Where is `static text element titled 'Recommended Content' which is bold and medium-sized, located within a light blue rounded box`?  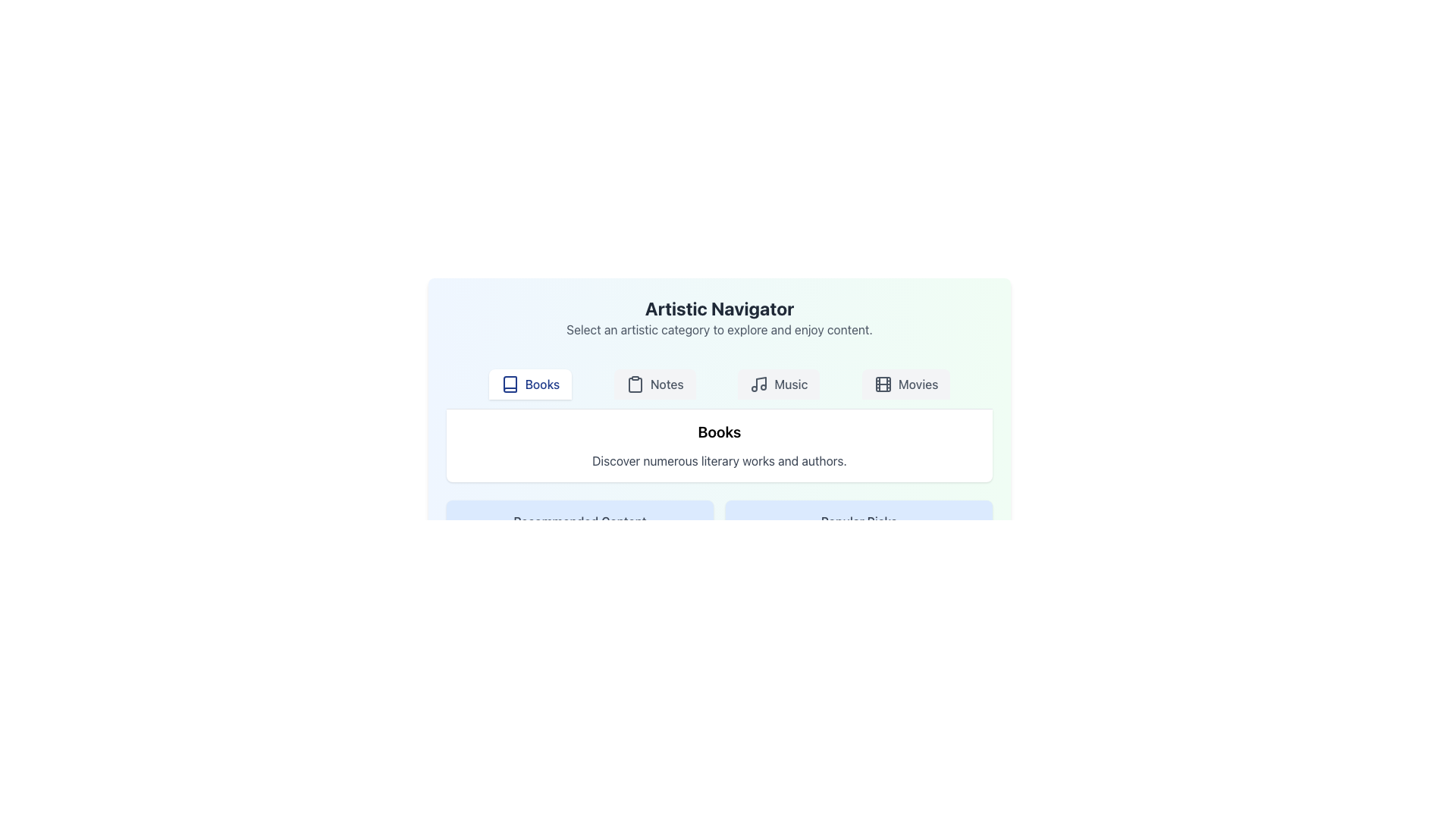 static text element titled 'Recommended Content' which is bold and medium-sized, located within a light blue rounded box is located at coordinates (579, 520).